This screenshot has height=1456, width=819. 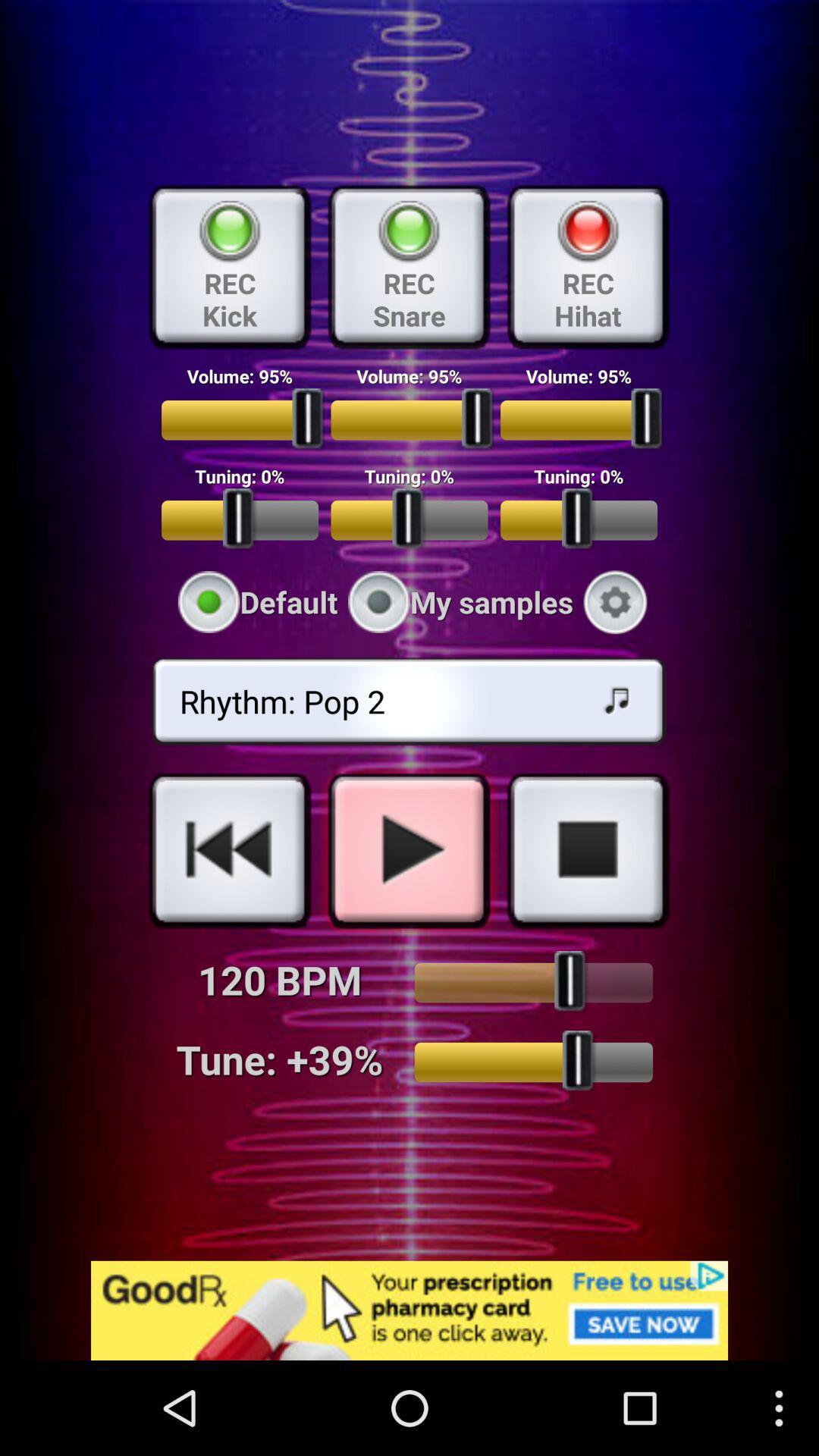 I want to click on this button is used to stop the audio when playing, so click(x=587, y=850).